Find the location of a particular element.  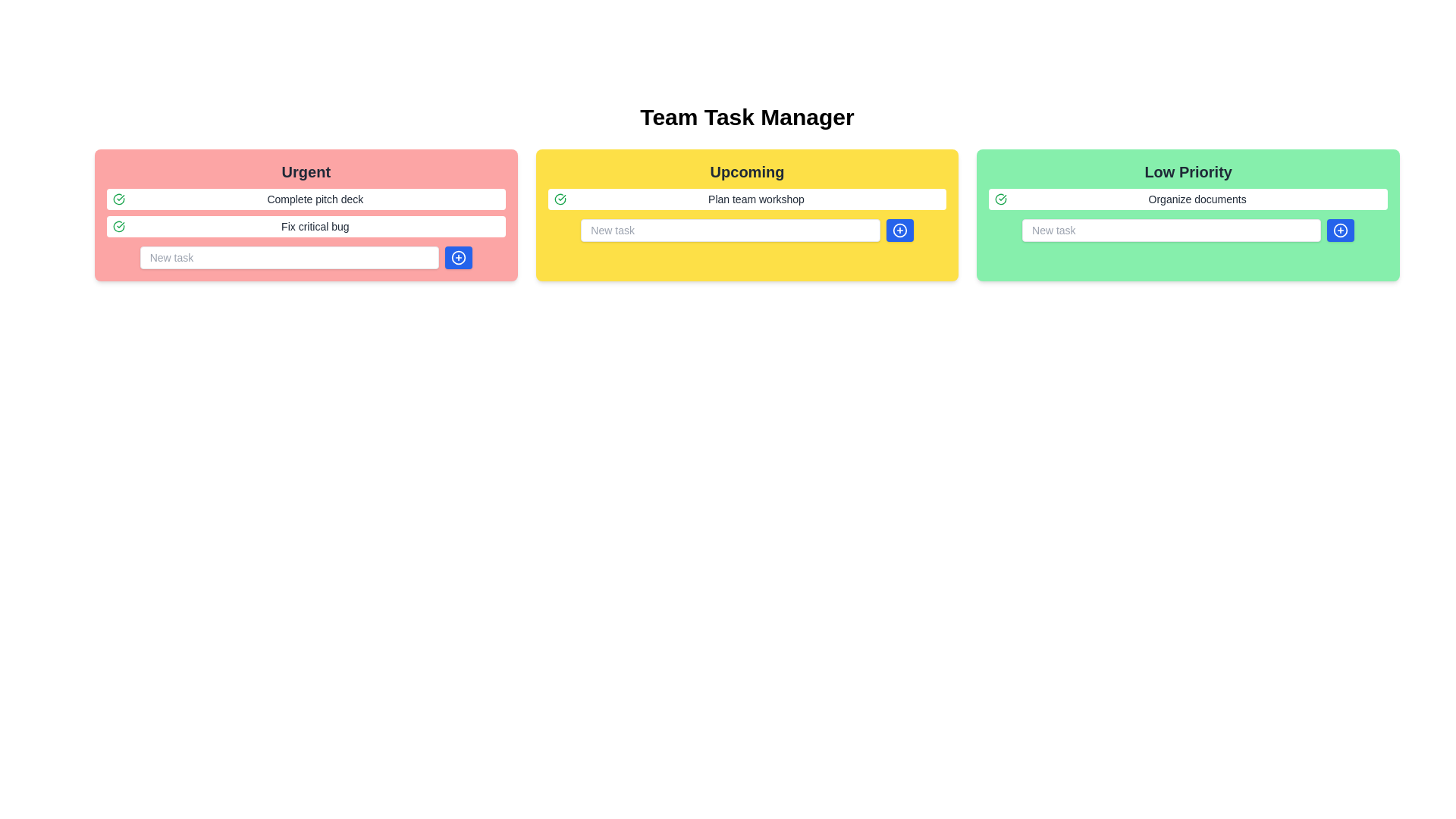

the text label that says 'Fix critical bug' located in the second task row under the 'Urgent' column of the Team Task Manager interface is located at coordinates (314, 227).